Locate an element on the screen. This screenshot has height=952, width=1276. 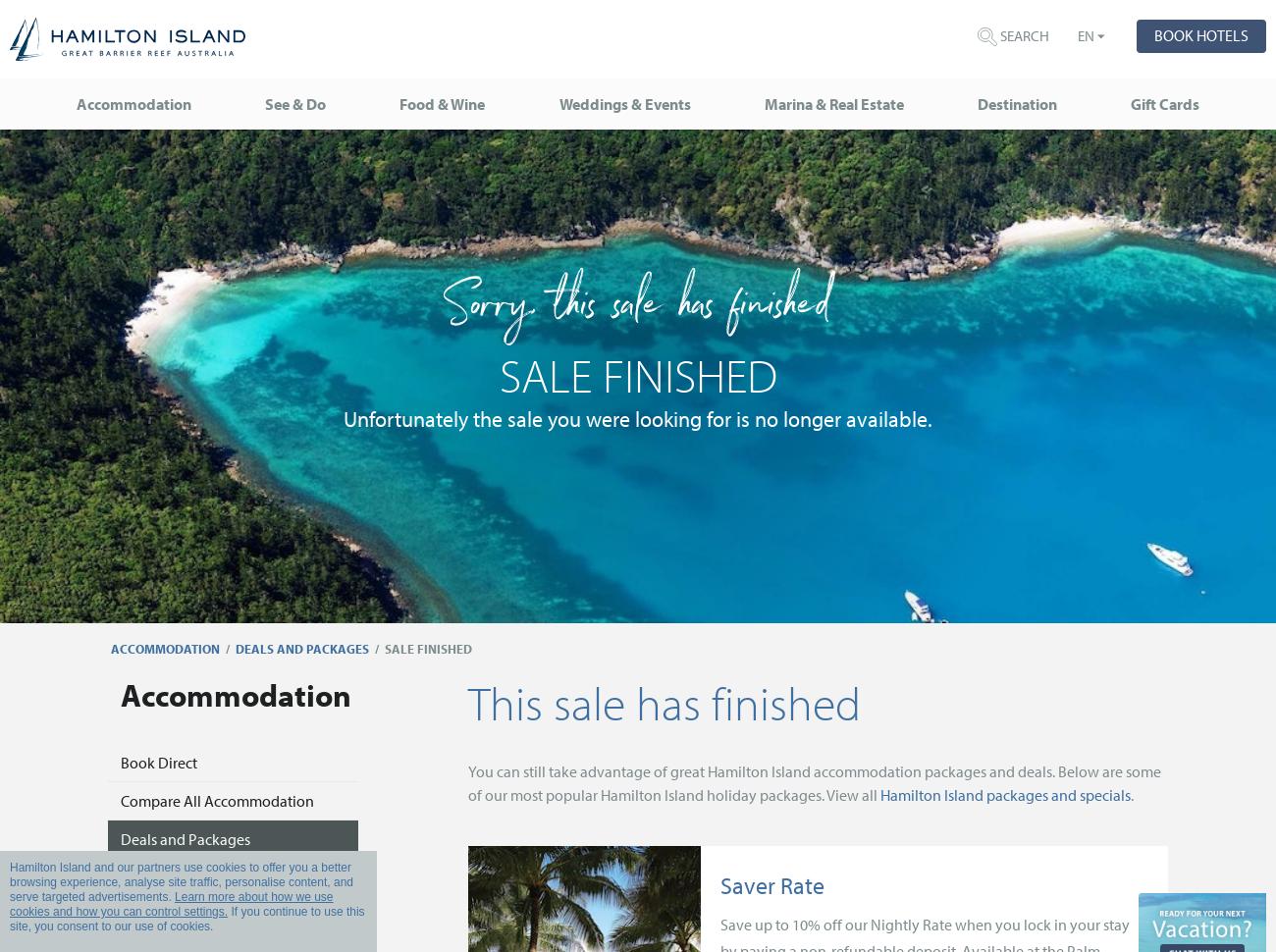
'Learn more about how we use cookies and how you can control settings.' is located at coordinates (9, 904).